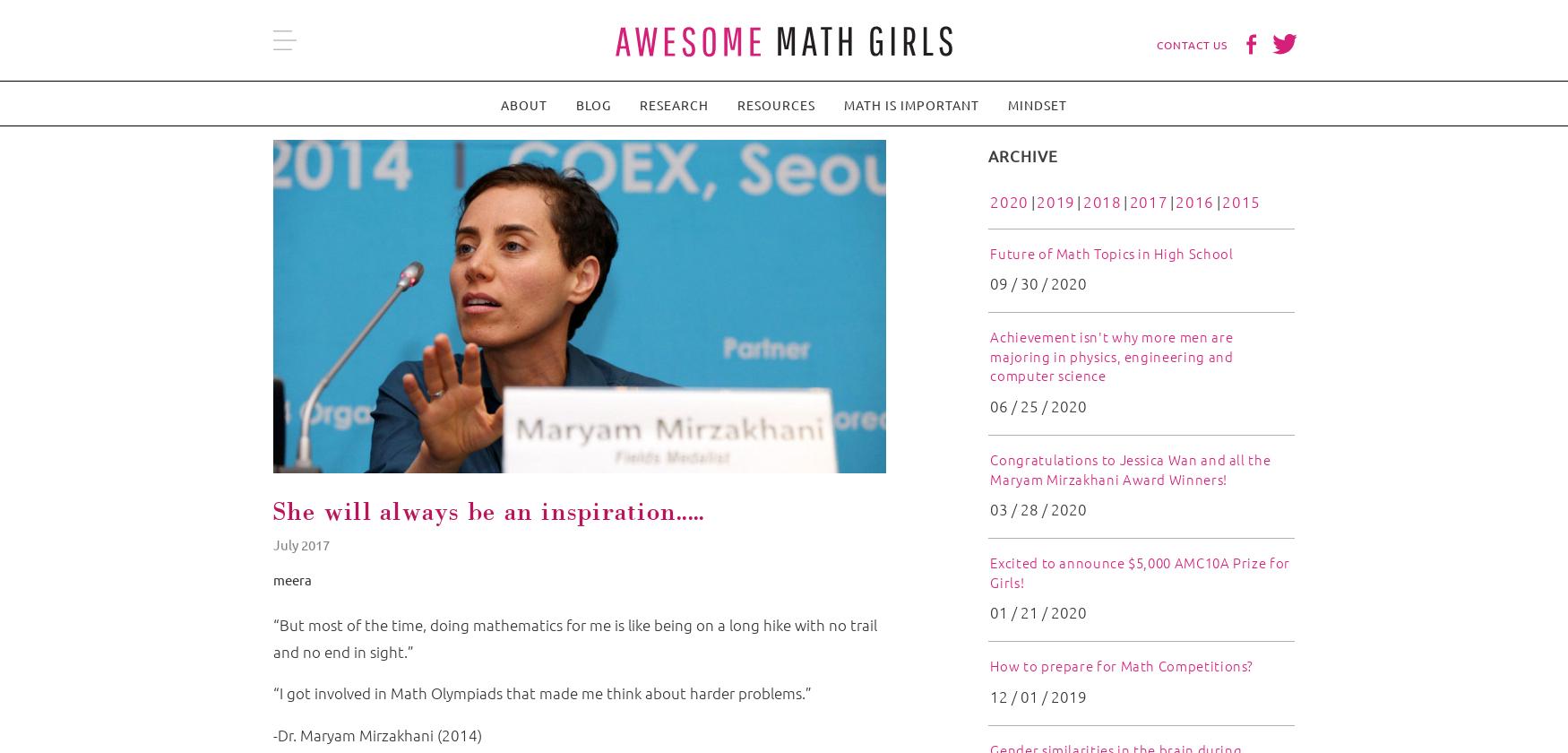  Describe the element at coordinates (1120, 665) in the screenshot. I see `'How to prepare for Math Competitions?'` at that location.